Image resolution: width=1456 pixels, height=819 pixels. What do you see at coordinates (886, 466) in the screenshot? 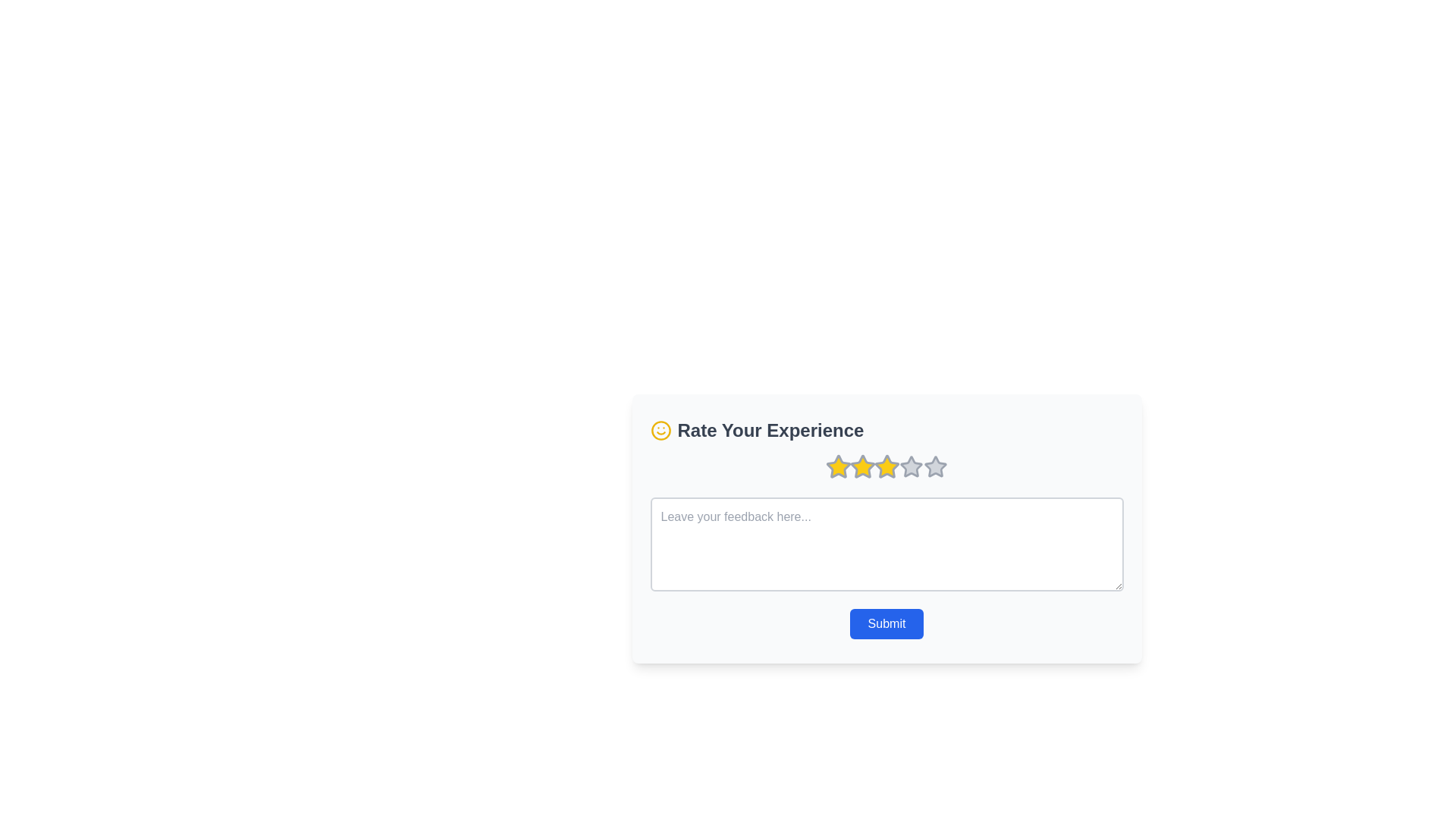
I see `the third interactive star icon for rating, which is highlighted in yellow` at bounding box center [886, 466].